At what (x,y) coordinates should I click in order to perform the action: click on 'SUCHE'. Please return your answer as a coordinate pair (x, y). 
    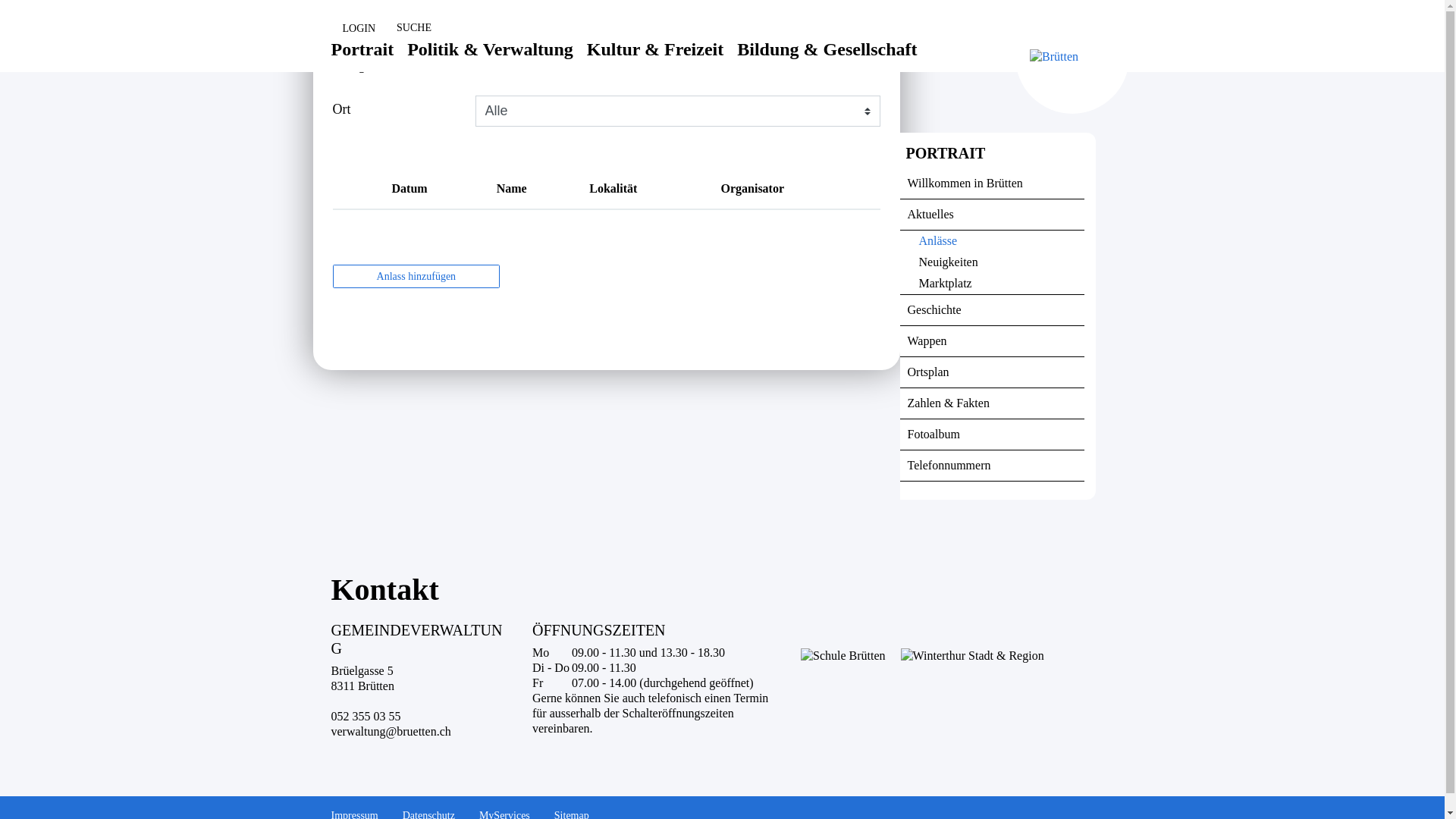
    Looking at the image, I should click on (408, 28).